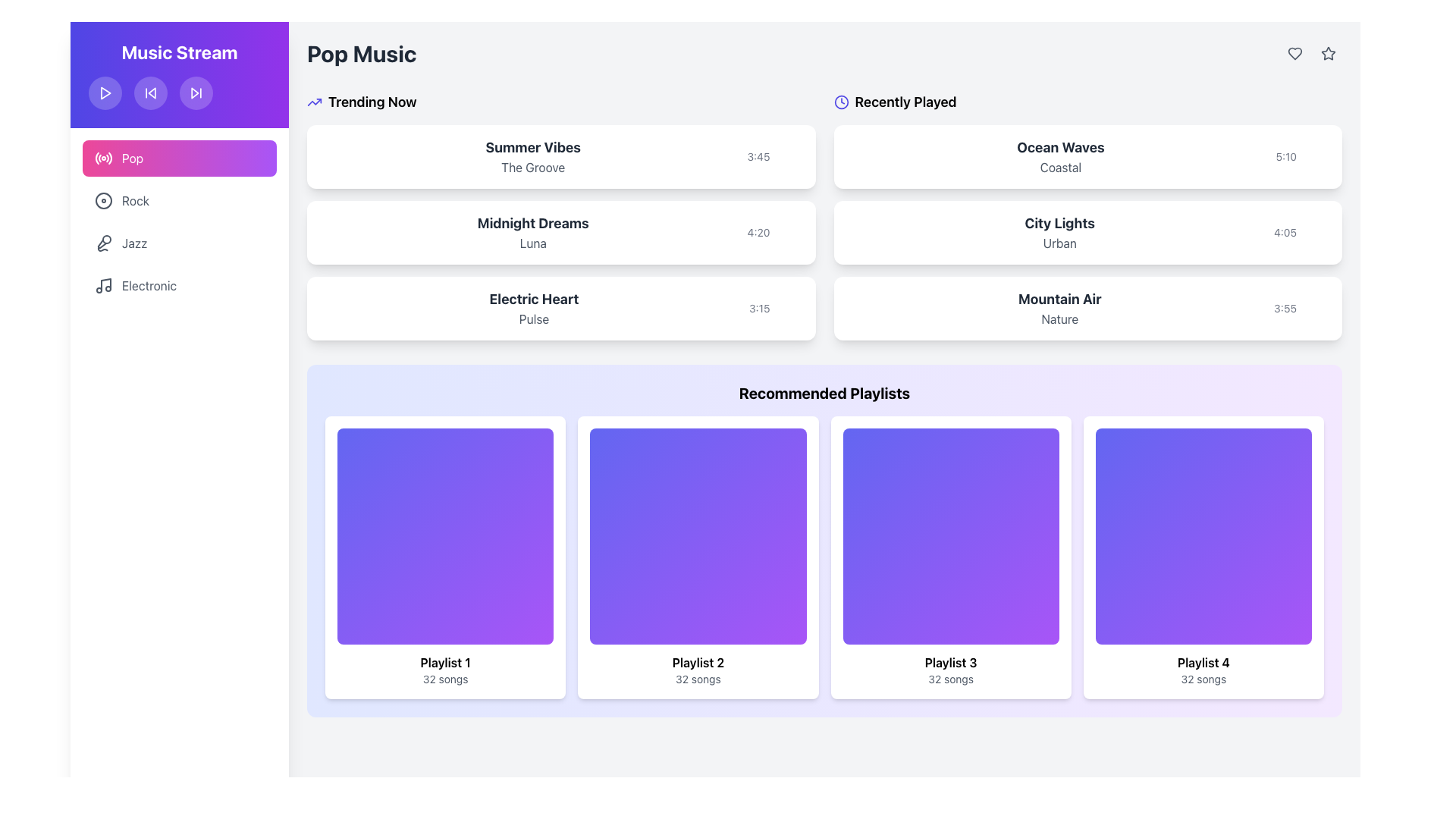 This screenshot has width=1456, height=819. Describe the element at coordinates (533, 167) in the screenshot. I see `the static text label reading 'The Groove', which is styled in gray and positioned below the 'Summer Vibes' title in the 'Trending Now' panel` at that location.